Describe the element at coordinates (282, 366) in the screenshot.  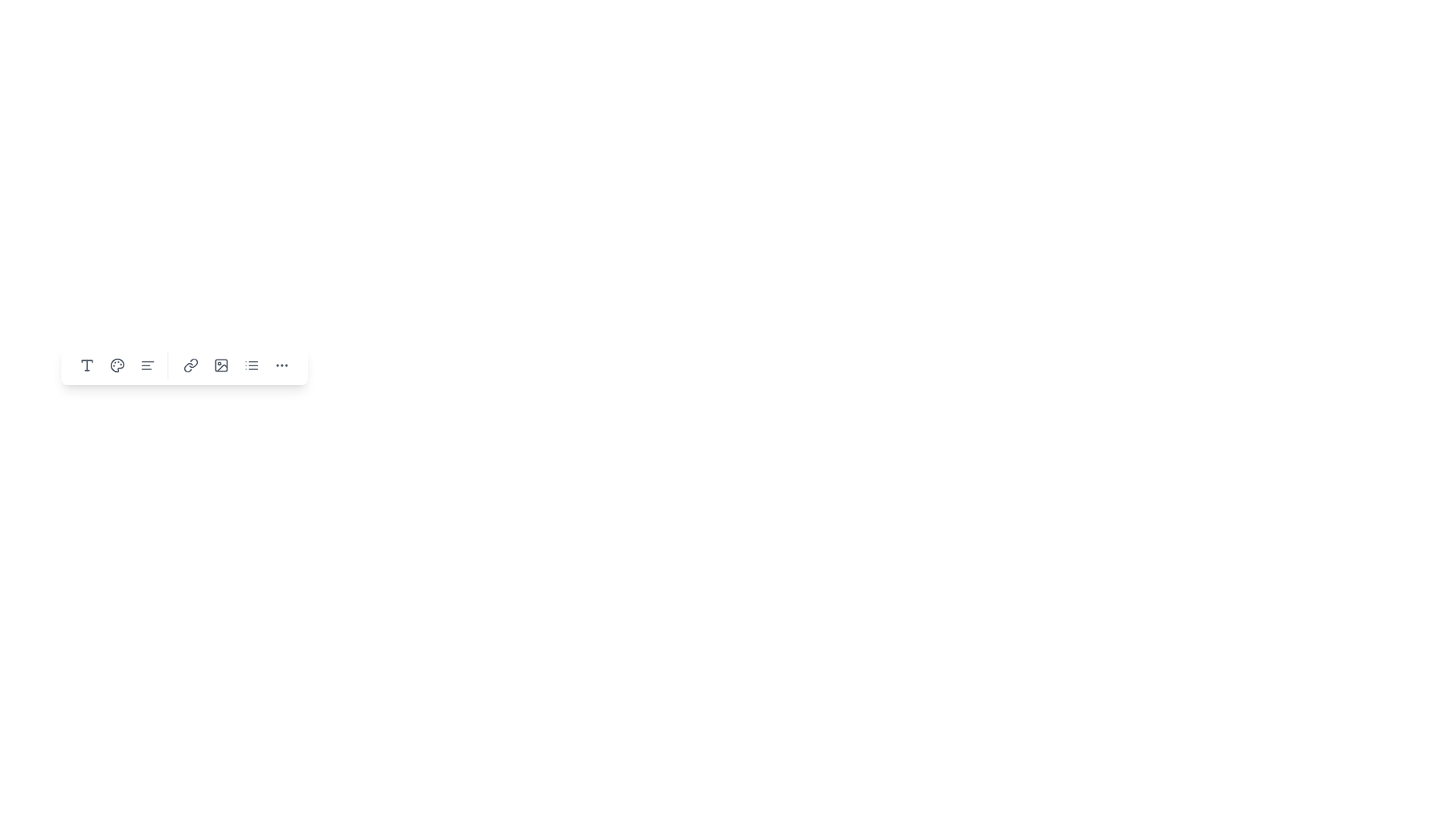
I see `the Icon (Horizontal Ellipsis) located in the bottom-right corner of the toolbar` at that location.